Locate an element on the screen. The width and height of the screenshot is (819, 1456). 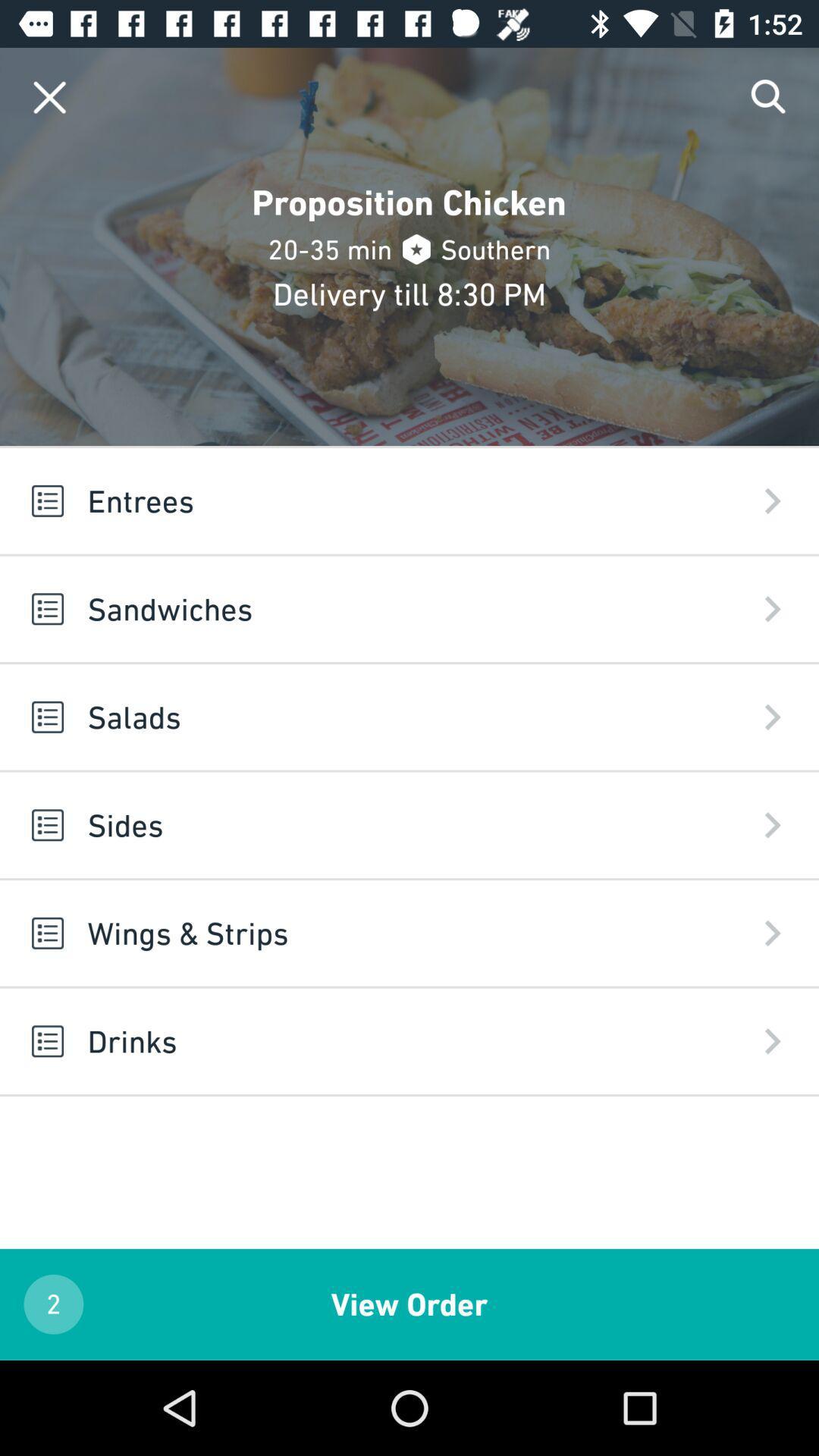
search is located at coordinates (769, 96).